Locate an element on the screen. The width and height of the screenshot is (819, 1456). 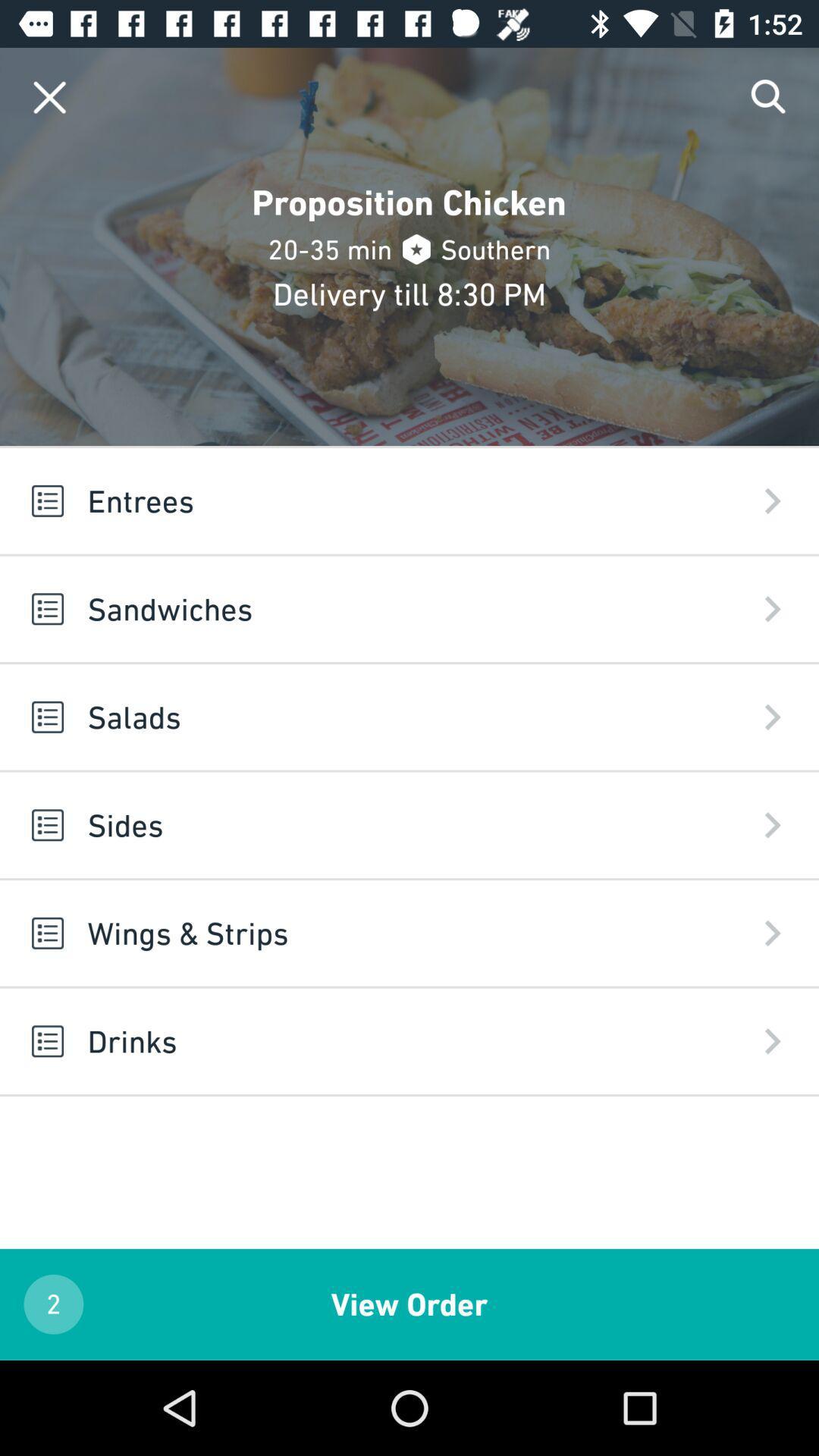
search is located at coordinates (769, 96).